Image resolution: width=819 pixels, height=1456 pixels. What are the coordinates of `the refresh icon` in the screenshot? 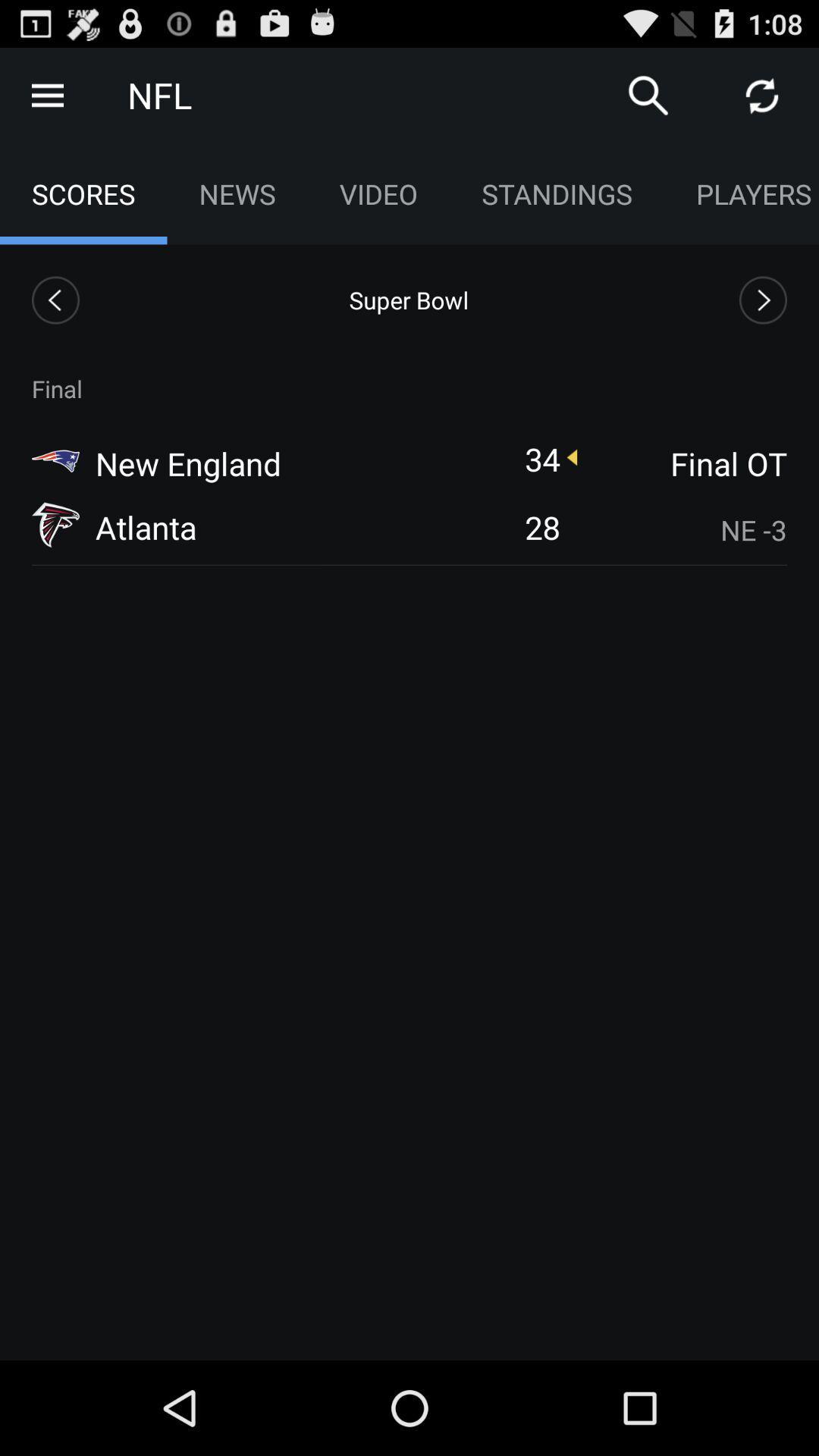 It's located at (762, 101).